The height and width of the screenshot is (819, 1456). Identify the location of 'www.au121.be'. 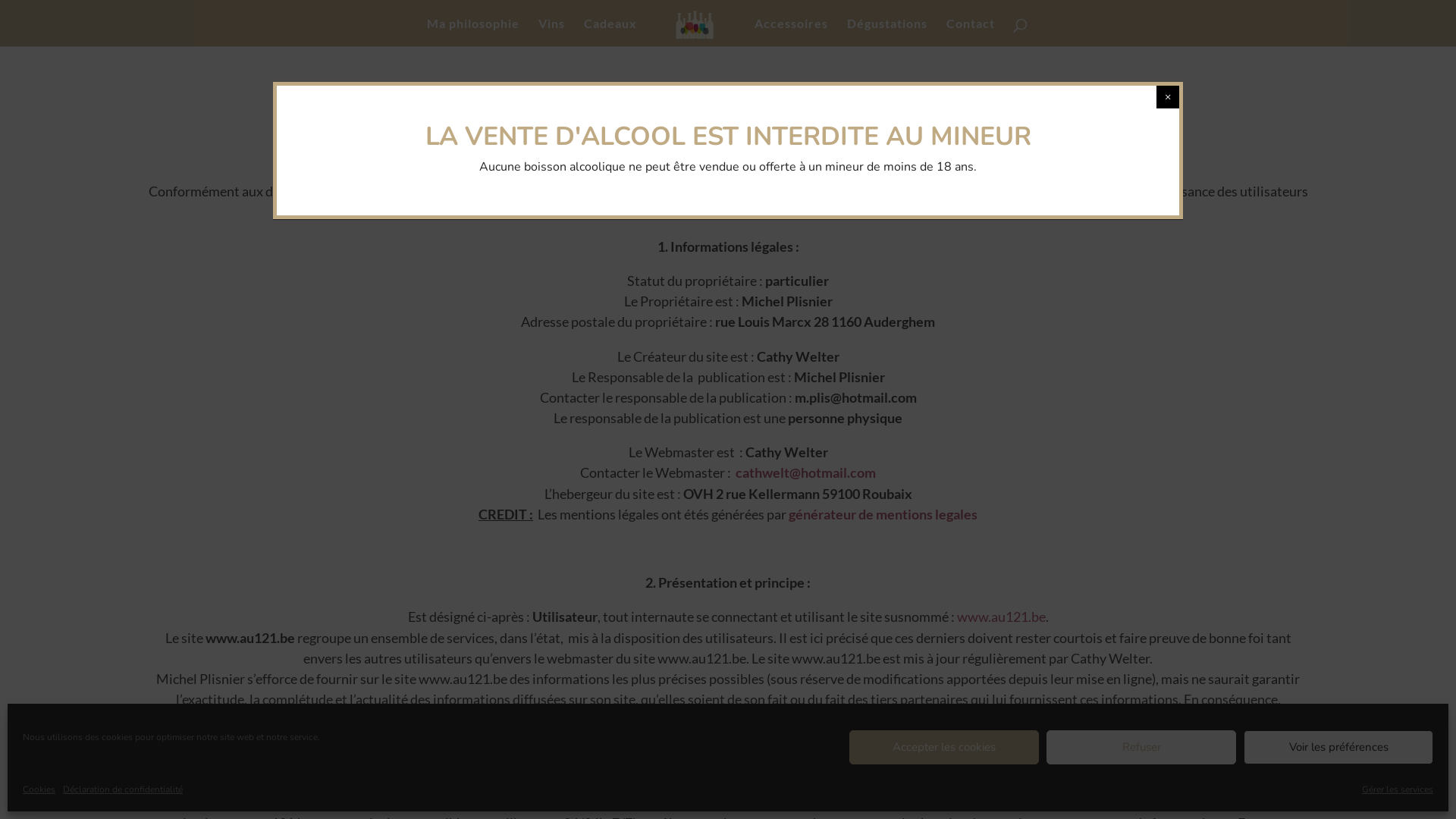
(1001, 617).